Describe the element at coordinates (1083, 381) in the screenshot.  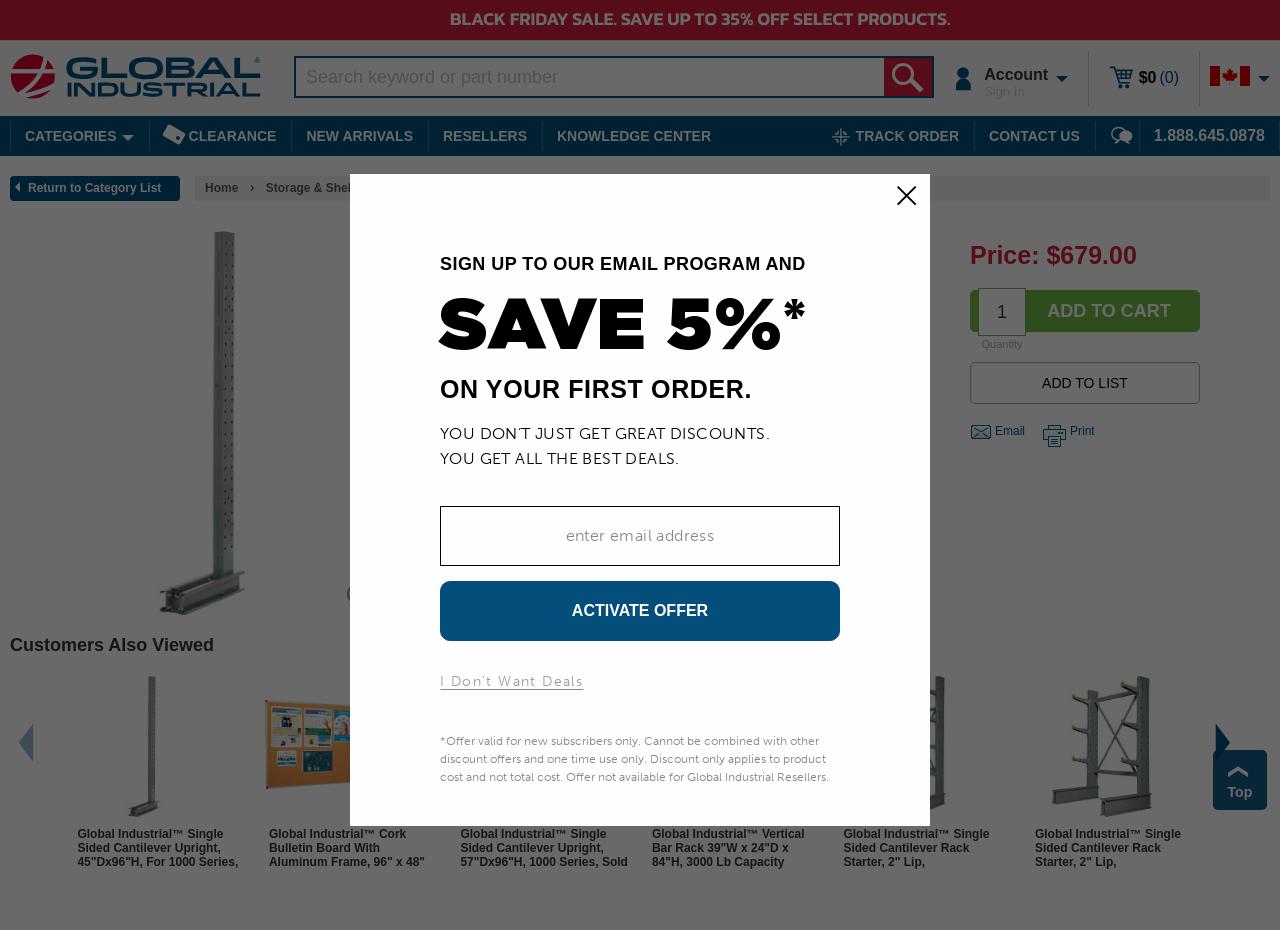
I see `'Add to List'` at that location.